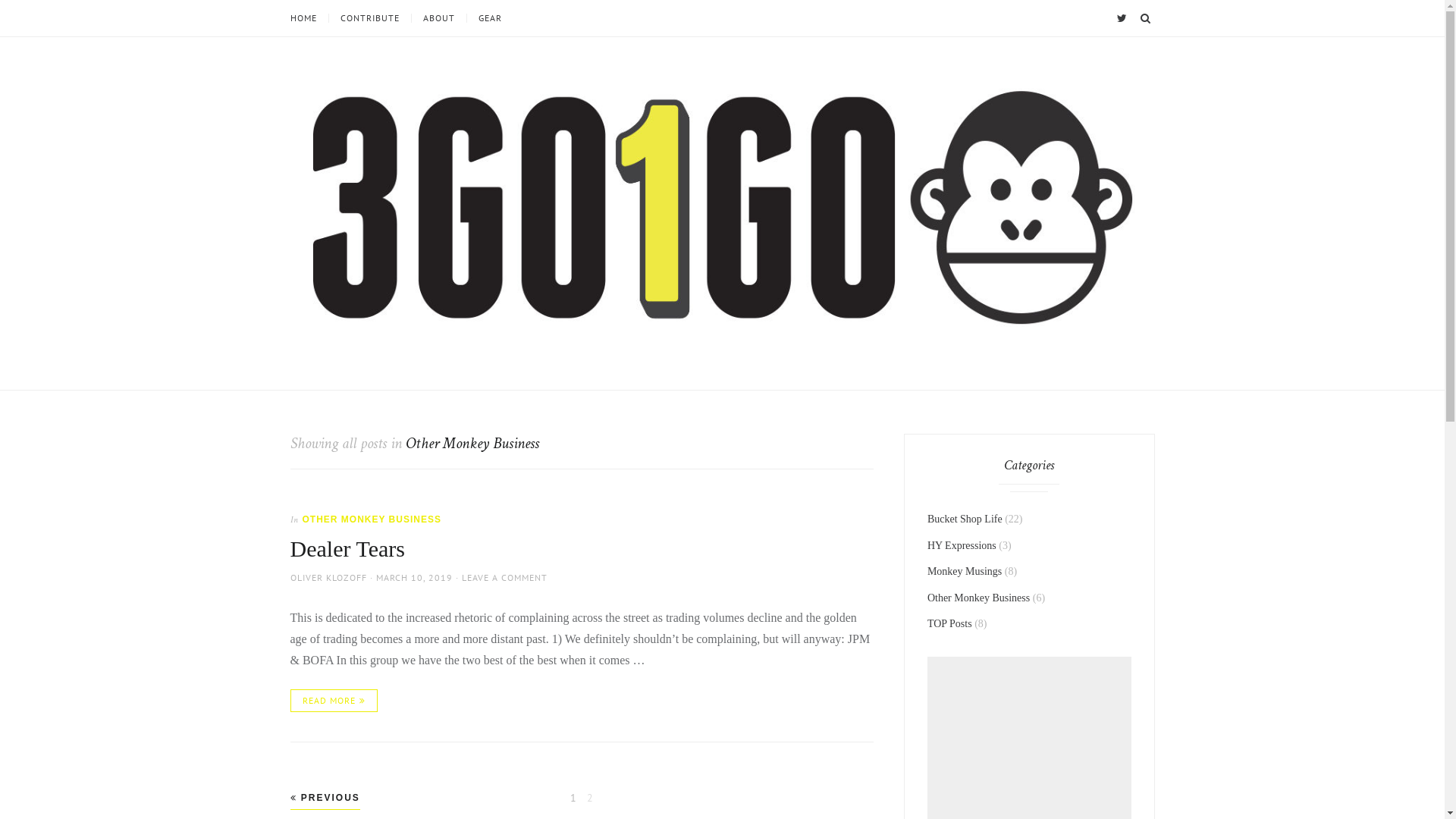 The width and height of the screenshot is (1456, 819). What do you see at coordinates (1113, 17) in the screenshot?
I see `'Twitter'` at bounding box center [1113, 17].